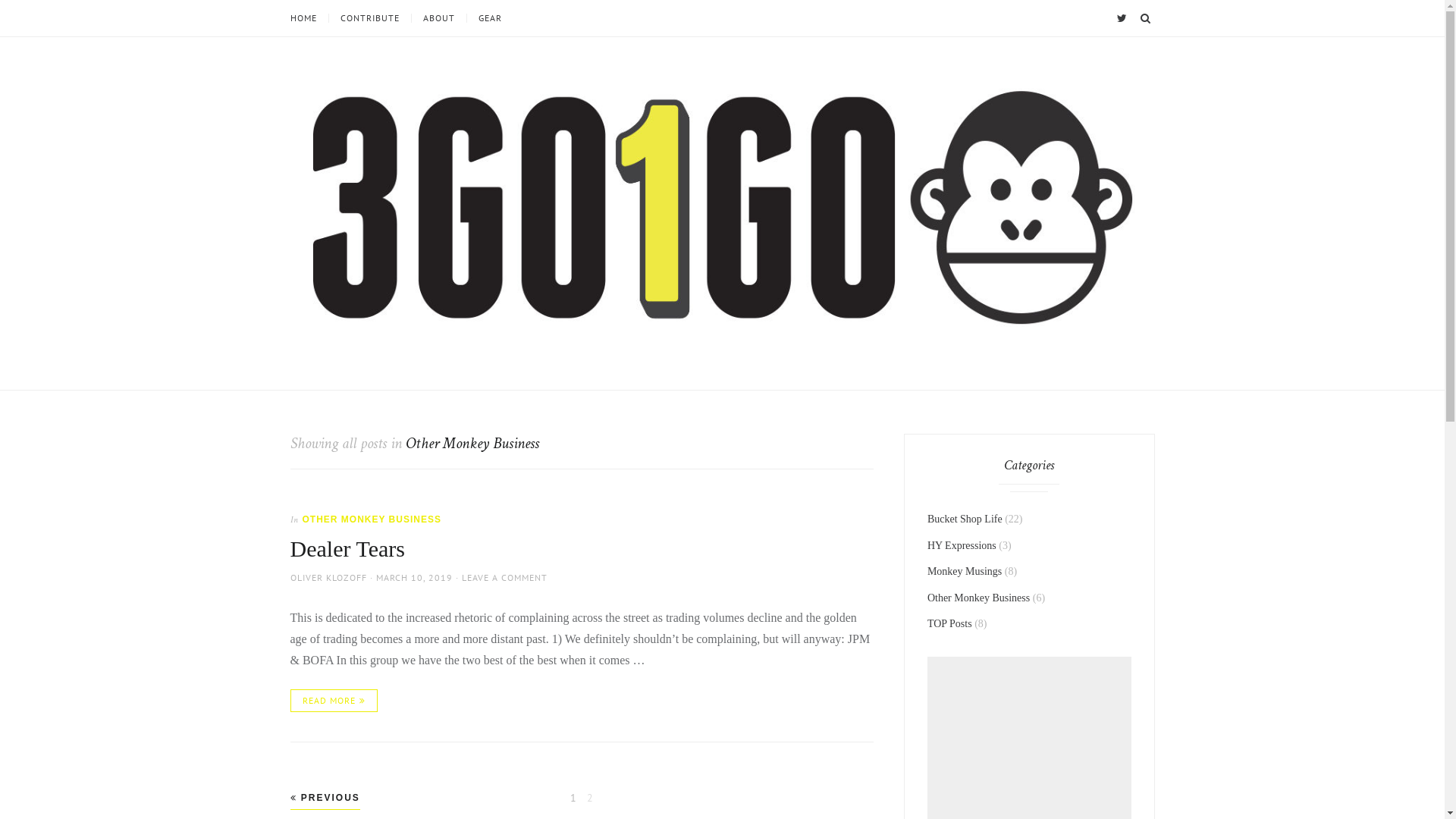 The width and height of the screenshot is (1456, 819). What do you see at coordinates (1113, 17) in the screenshot?
I see `'Twitter'` at bounding box center [1113, 17].